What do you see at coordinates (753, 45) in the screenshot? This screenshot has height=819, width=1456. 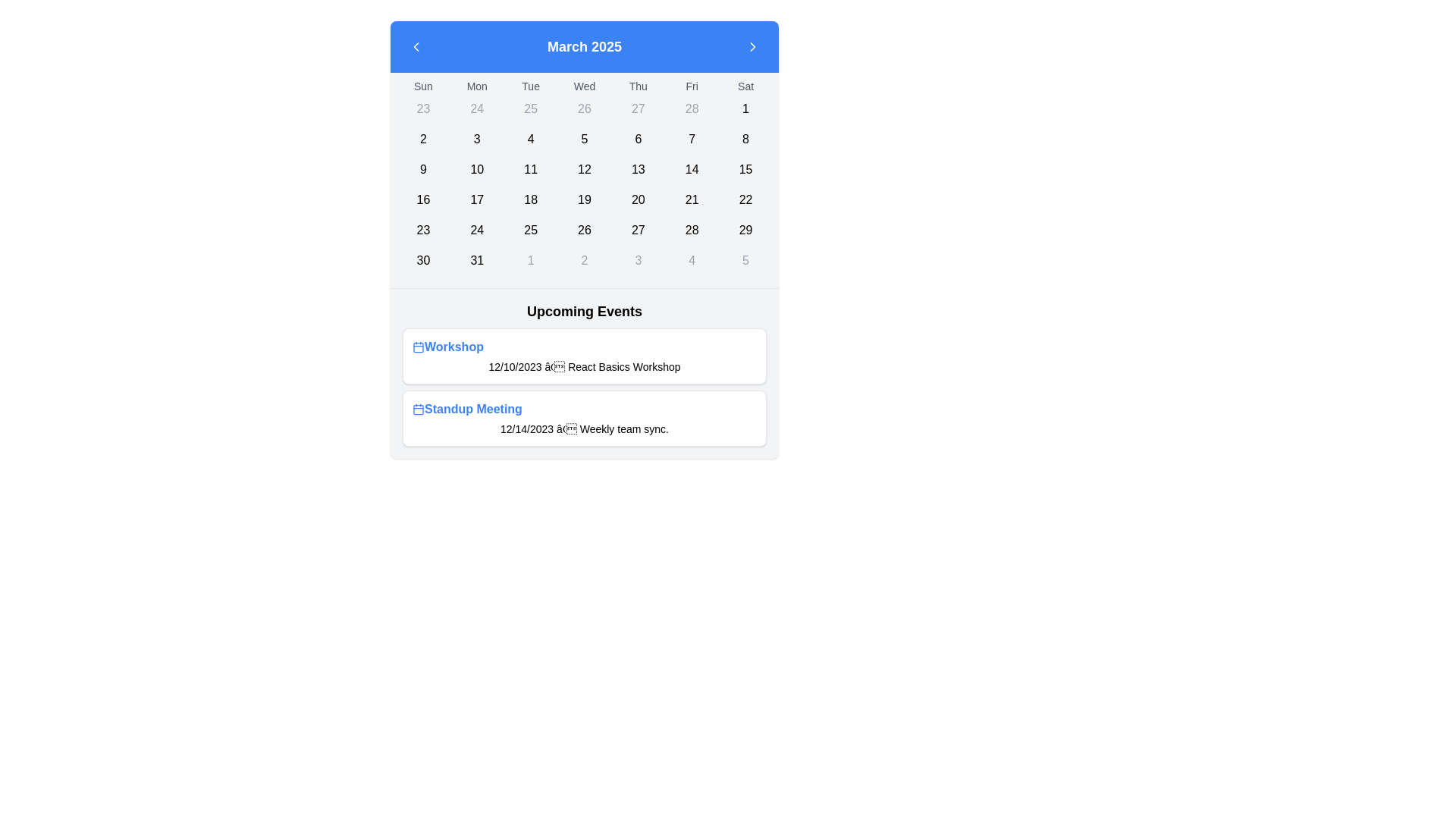 I see `the right chevron icon located in the blue header panel near the top-right corner` at bounding box center [753, 45].